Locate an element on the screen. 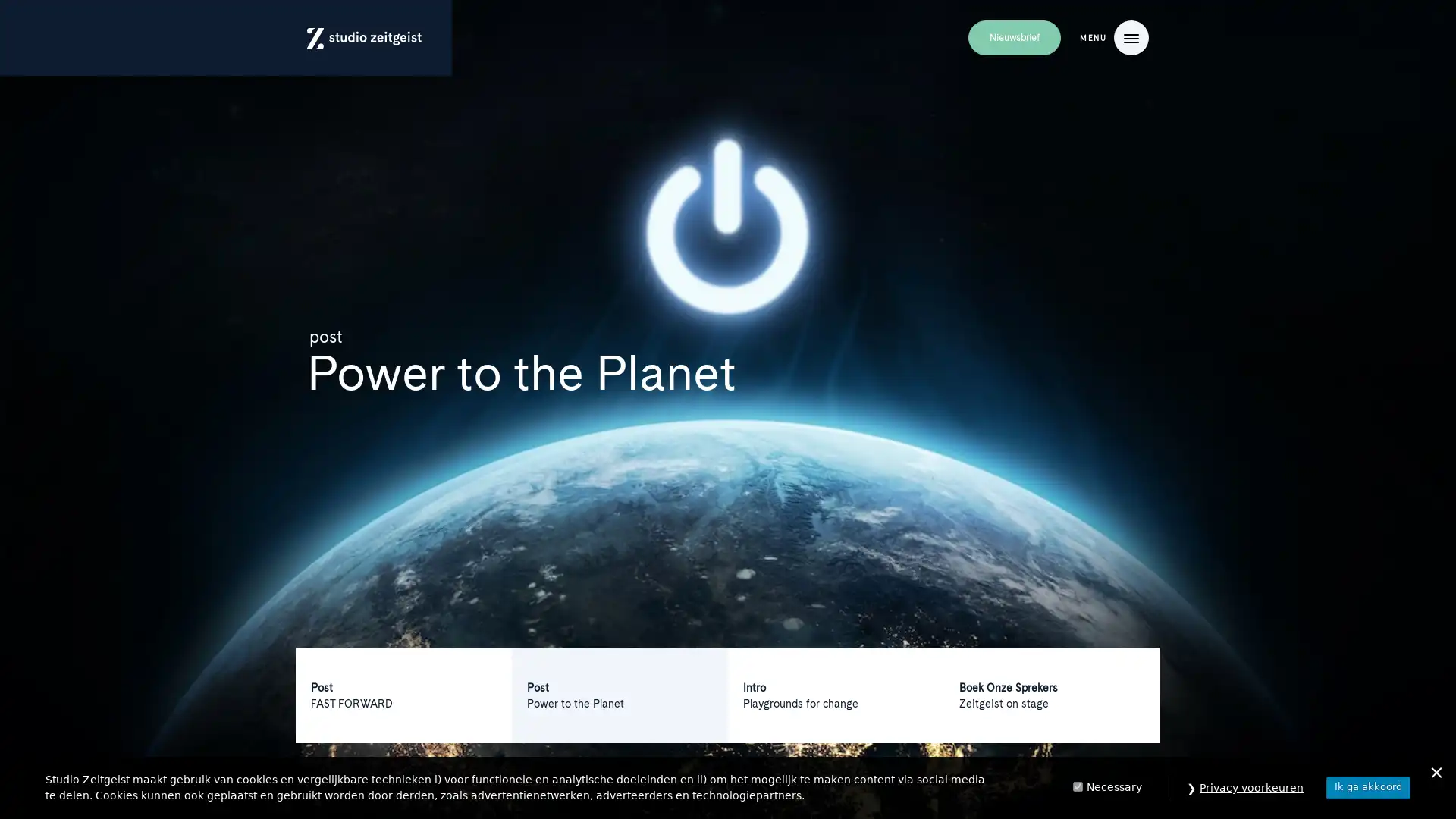 This screenshot has height=819, width=1456. Privacy voorkeuren is located at coordinates (1251, 786).